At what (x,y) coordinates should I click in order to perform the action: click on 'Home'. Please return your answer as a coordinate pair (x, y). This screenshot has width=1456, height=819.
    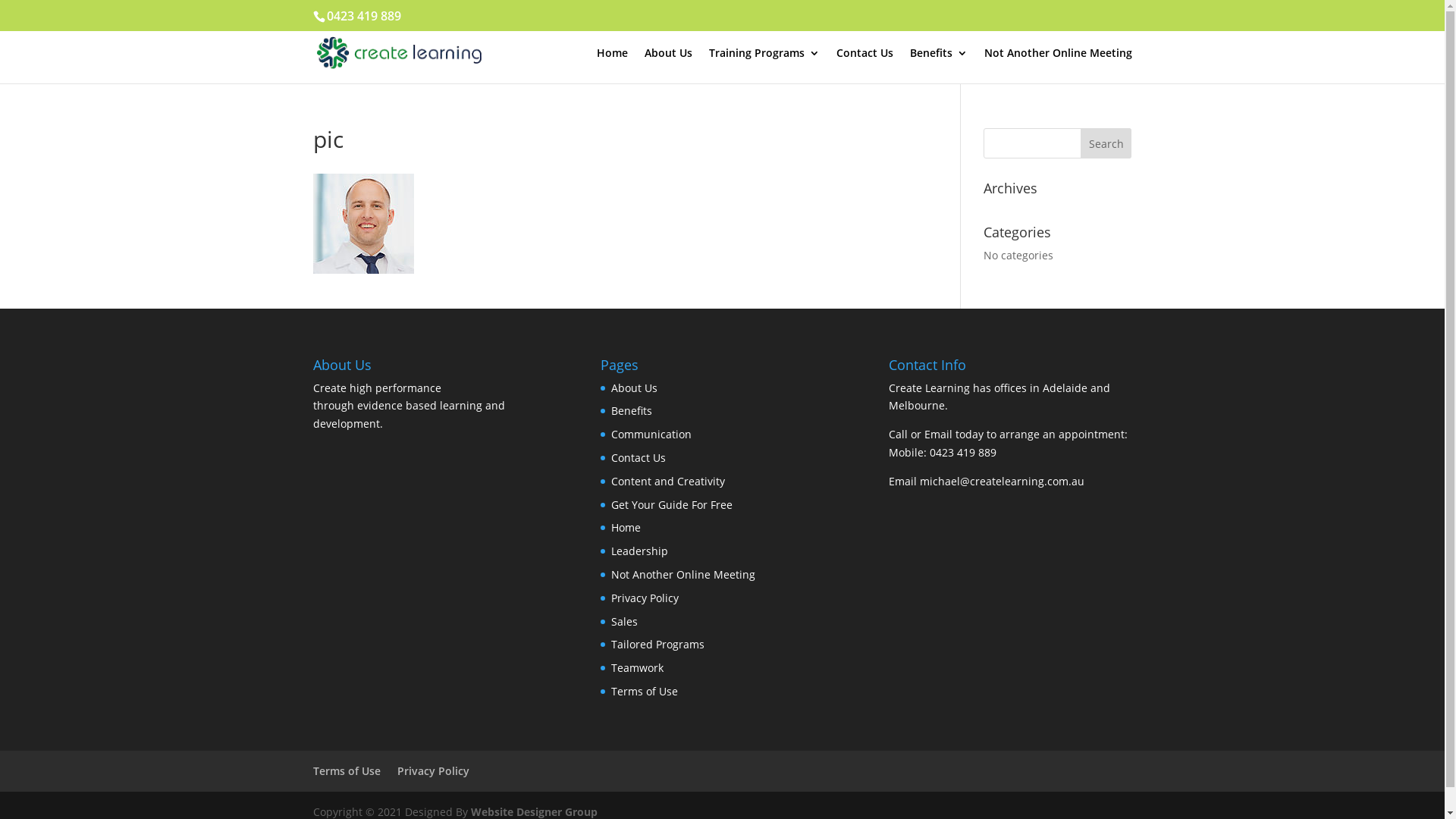
    Looking at the image, I should click on (626, 526).